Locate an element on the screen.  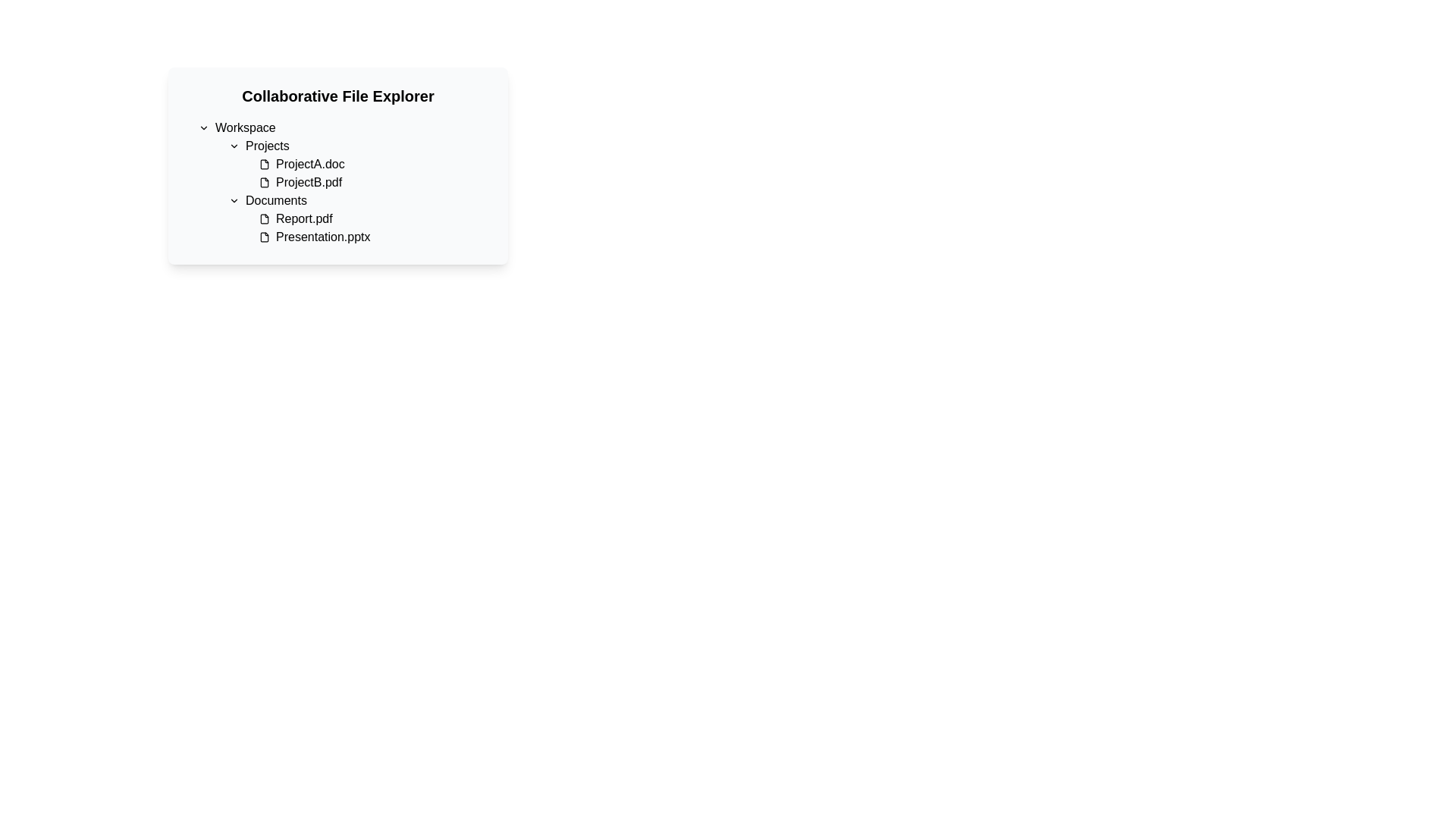
the text label displaying 'Report.pdf' located under the 'Documents' folder in the file explorer interface is located at coordinates (303, 219).